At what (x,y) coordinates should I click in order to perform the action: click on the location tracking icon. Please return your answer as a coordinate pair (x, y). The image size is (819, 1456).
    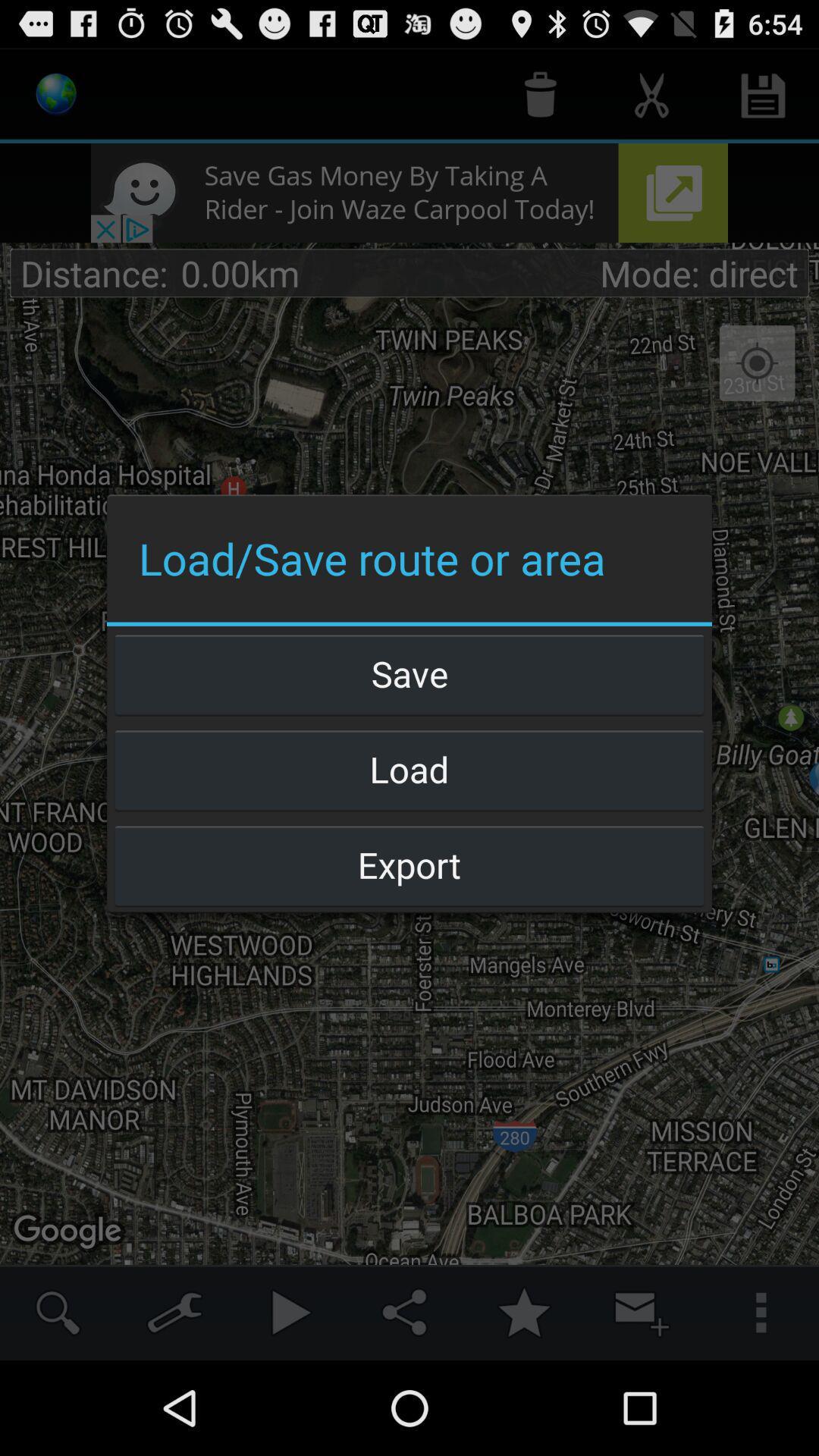
    Looking at the image, I should click on (758, 364).